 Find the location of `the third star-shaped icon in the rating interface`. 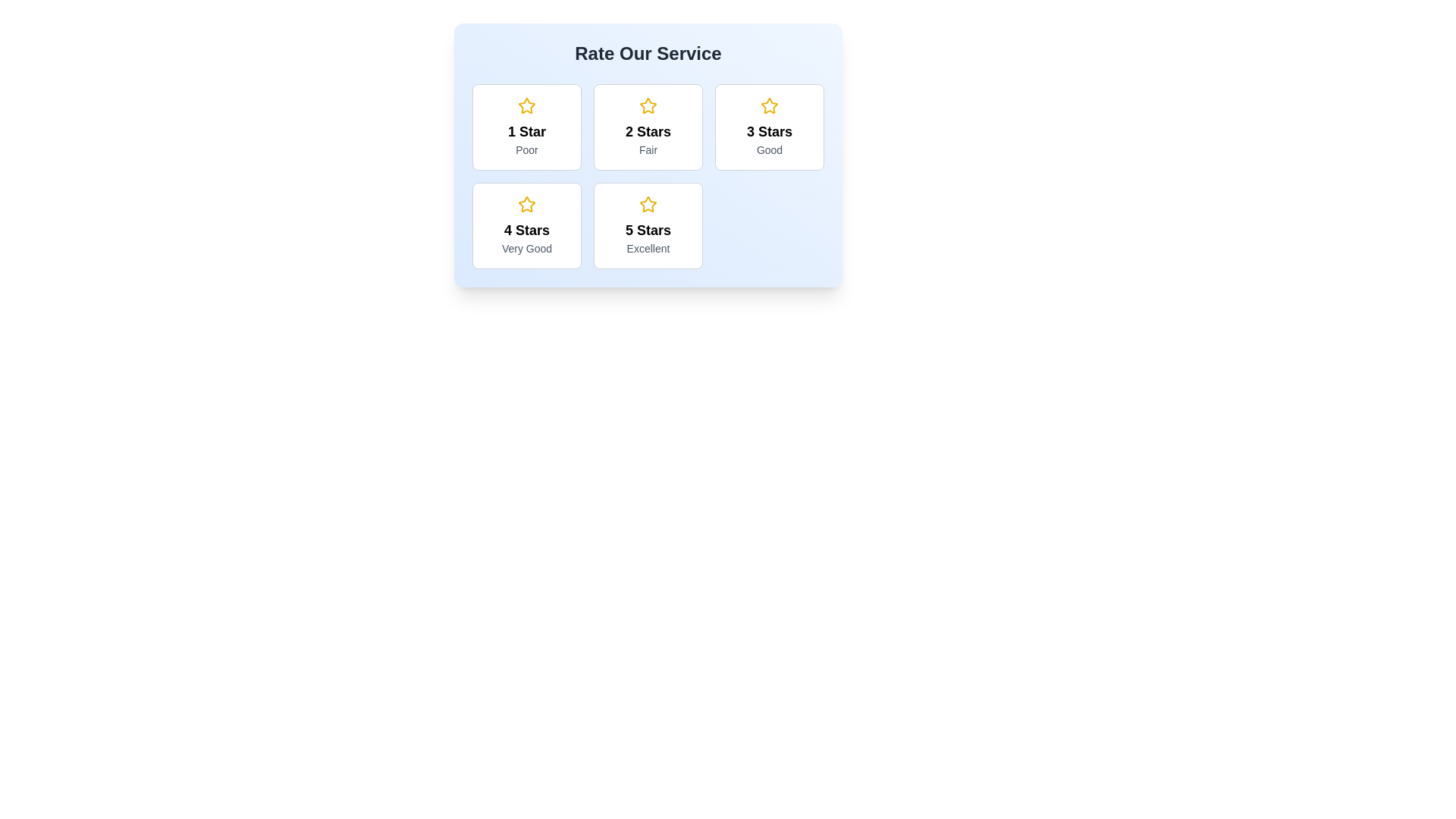

the third star-shaped icon in the rating interface is located at coordinates (769, 105).